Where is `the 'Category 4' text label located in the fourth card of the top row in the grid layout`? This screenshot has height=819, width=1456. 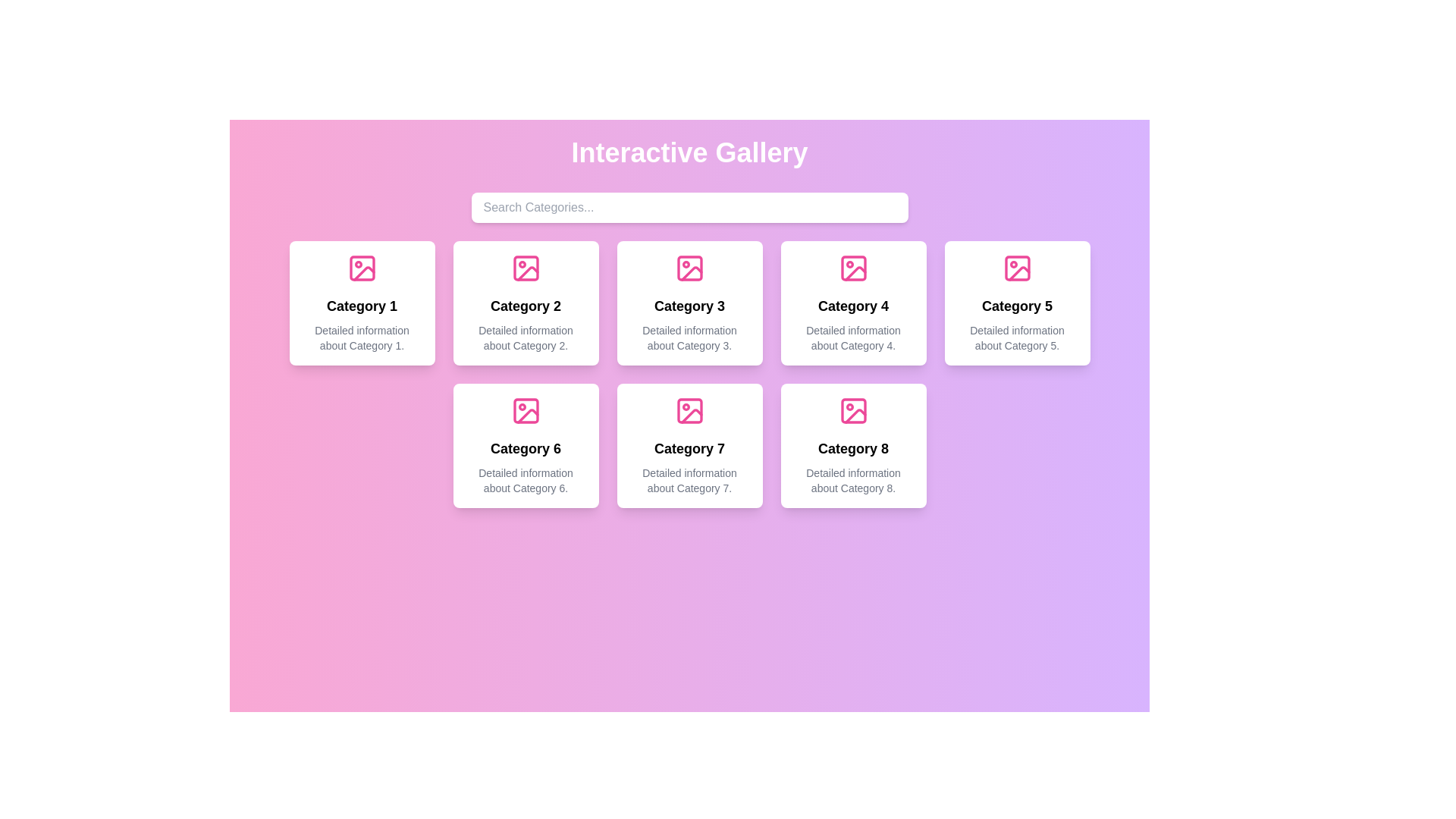
the 'Category 4' text label located in the fourth card of the top row in the grid layout is located at coordinates (853, 306).